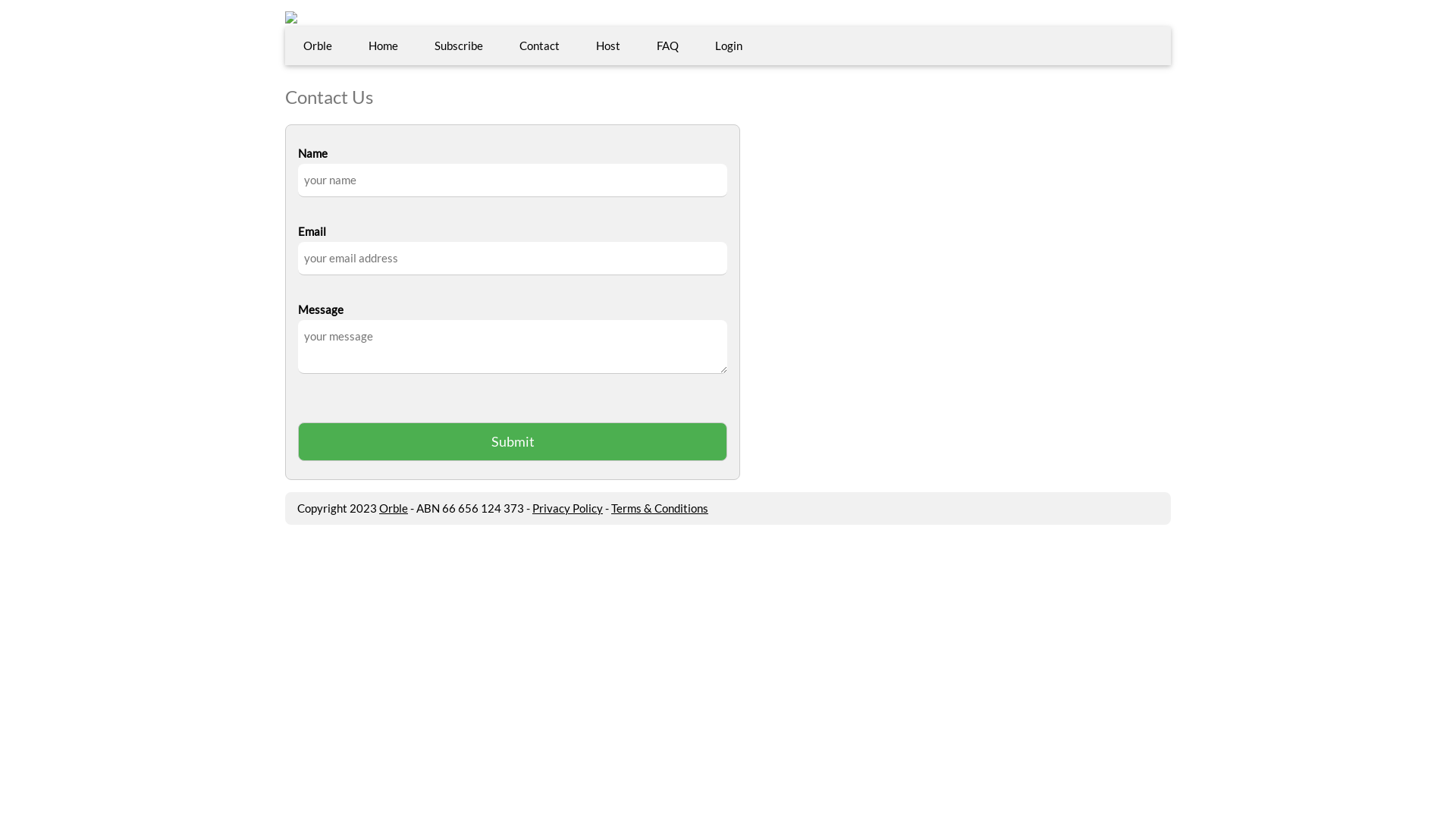 This screenshot has width=1456, height=819. What do you see at coordinates (539, 45) in the screenshot?
I see `'Contact'` at bounding box center [539, 45].